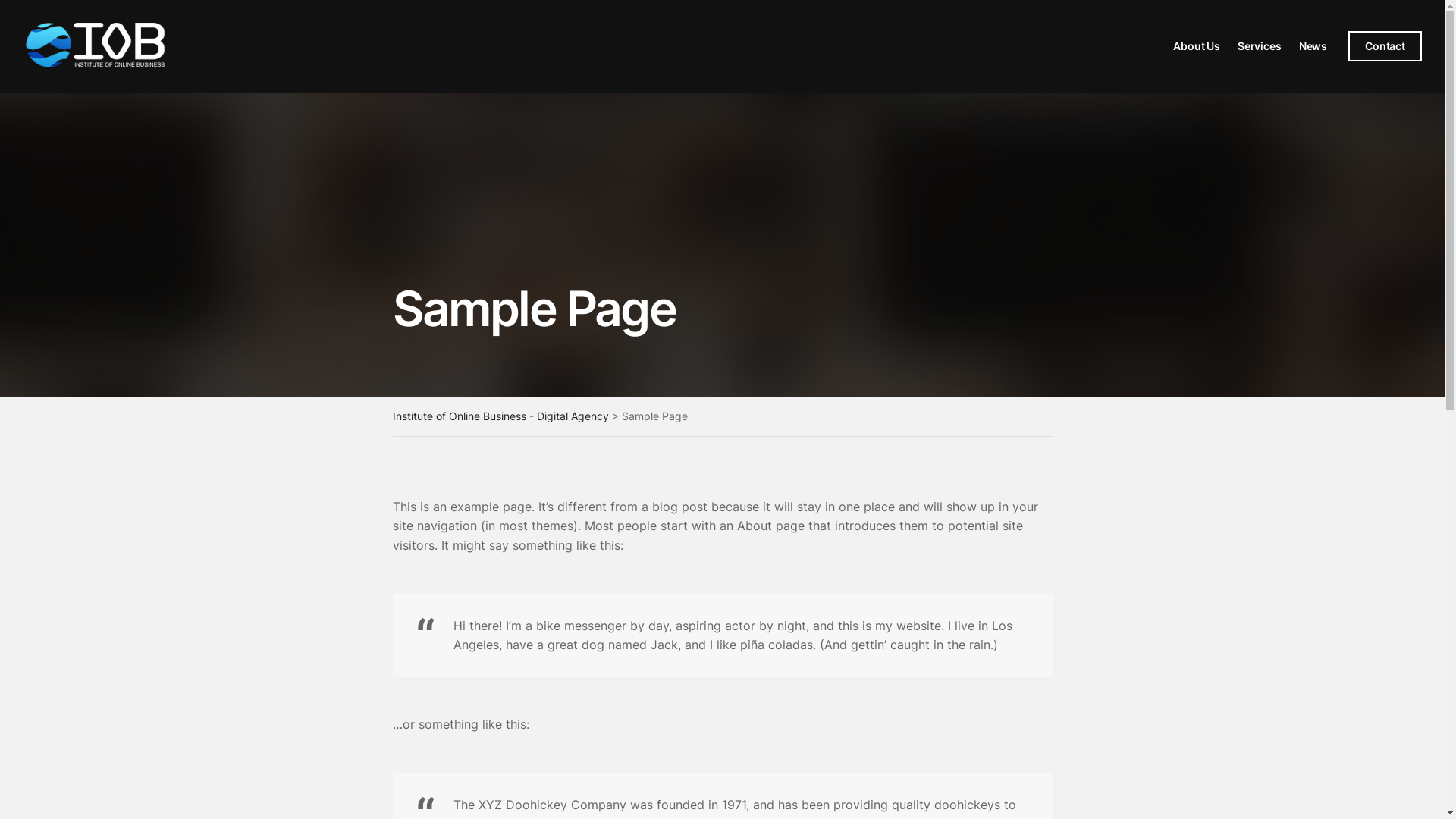  What do you see at coordinates (1312, 45) in the screenshot?
I see `'News'` at bounding box center [1312, 45].